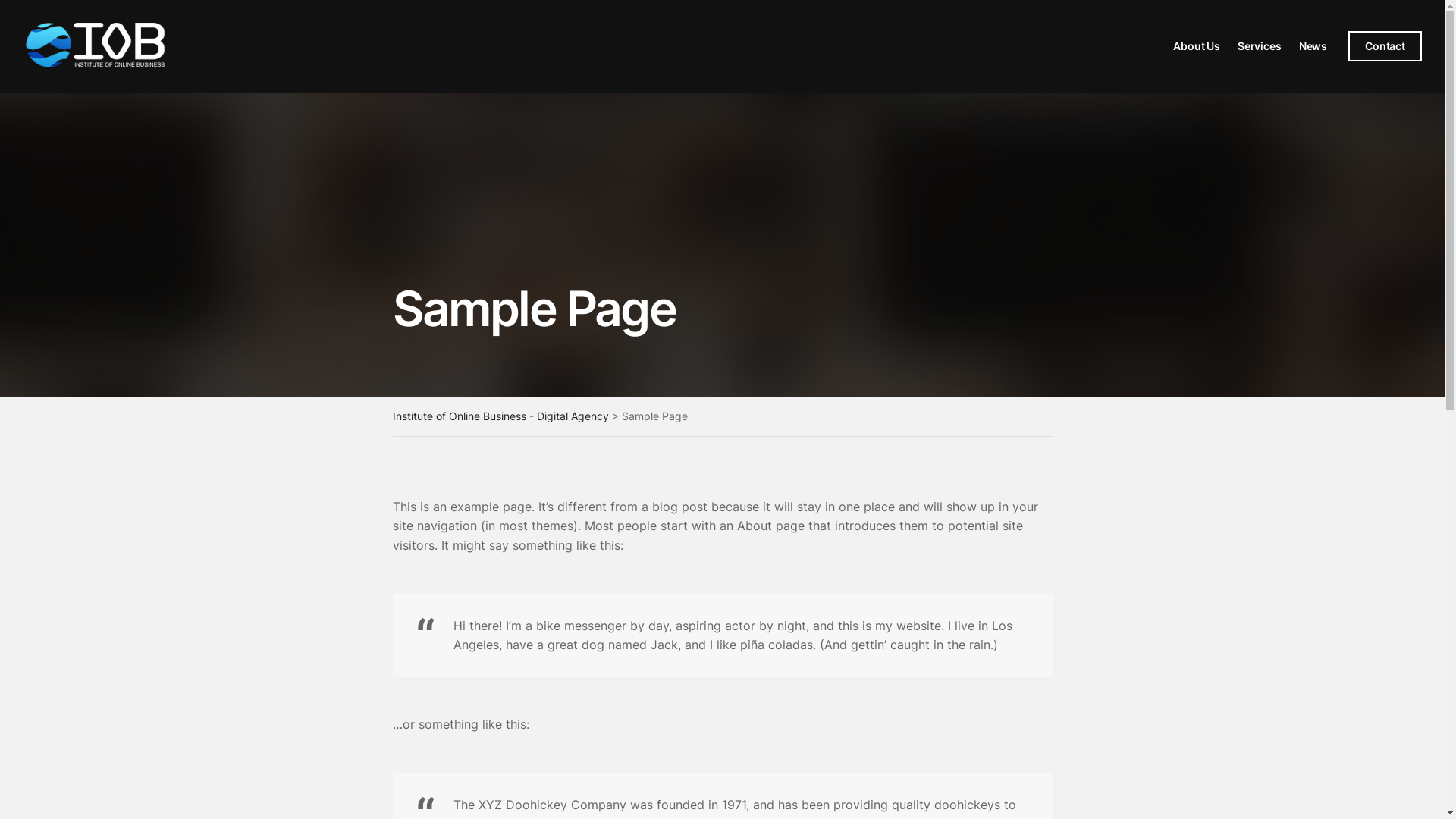  What do you see at coordinates (1312, 45) in the screenshot?
I see `'News'` at bounding box center [1312, 45].